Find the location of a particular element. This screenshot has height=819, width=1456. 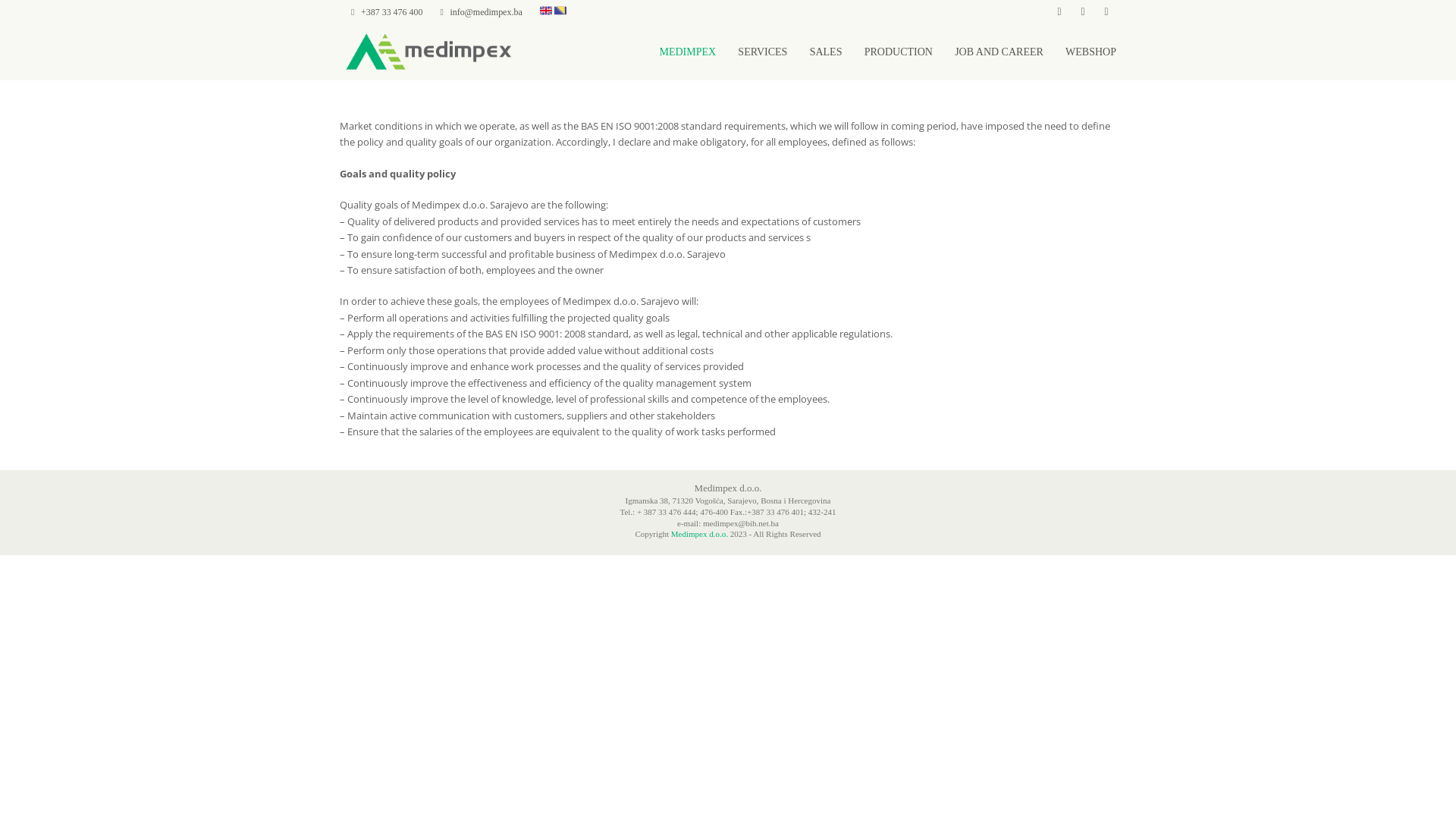

'MEDIMPEX' is located at coordinates (686, 51).